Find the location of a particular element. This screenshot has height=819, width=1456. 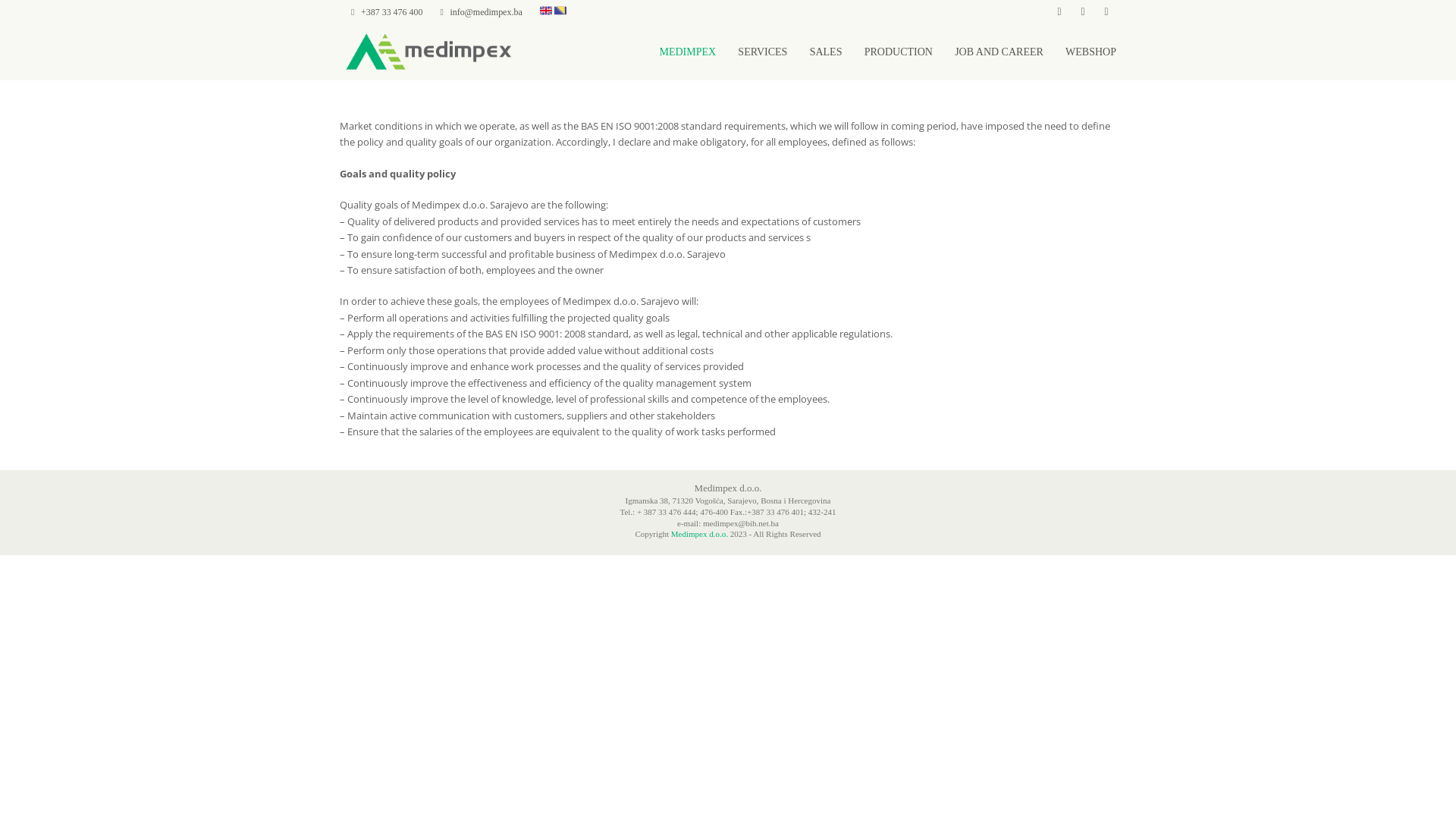

'MEDIMPEX' is located at coordinates (686, 51).